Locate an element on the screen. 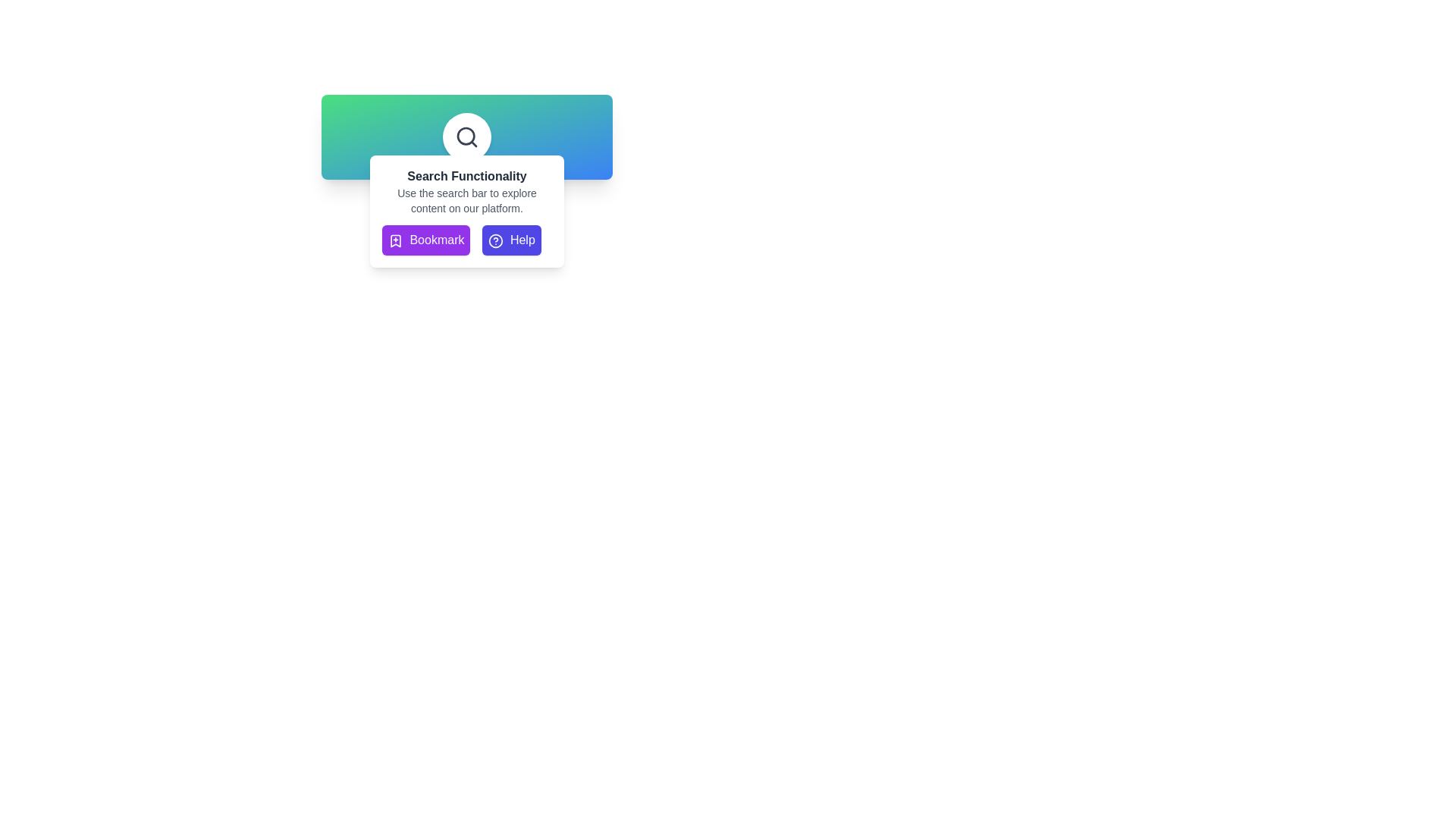 Image resolution: width=1456 pixels, height=819 pixels. the magnifying glass icon for search functionality, which is centered within a white circular button above the 'Search Functionality' panel is located at coordinates (466, 137).